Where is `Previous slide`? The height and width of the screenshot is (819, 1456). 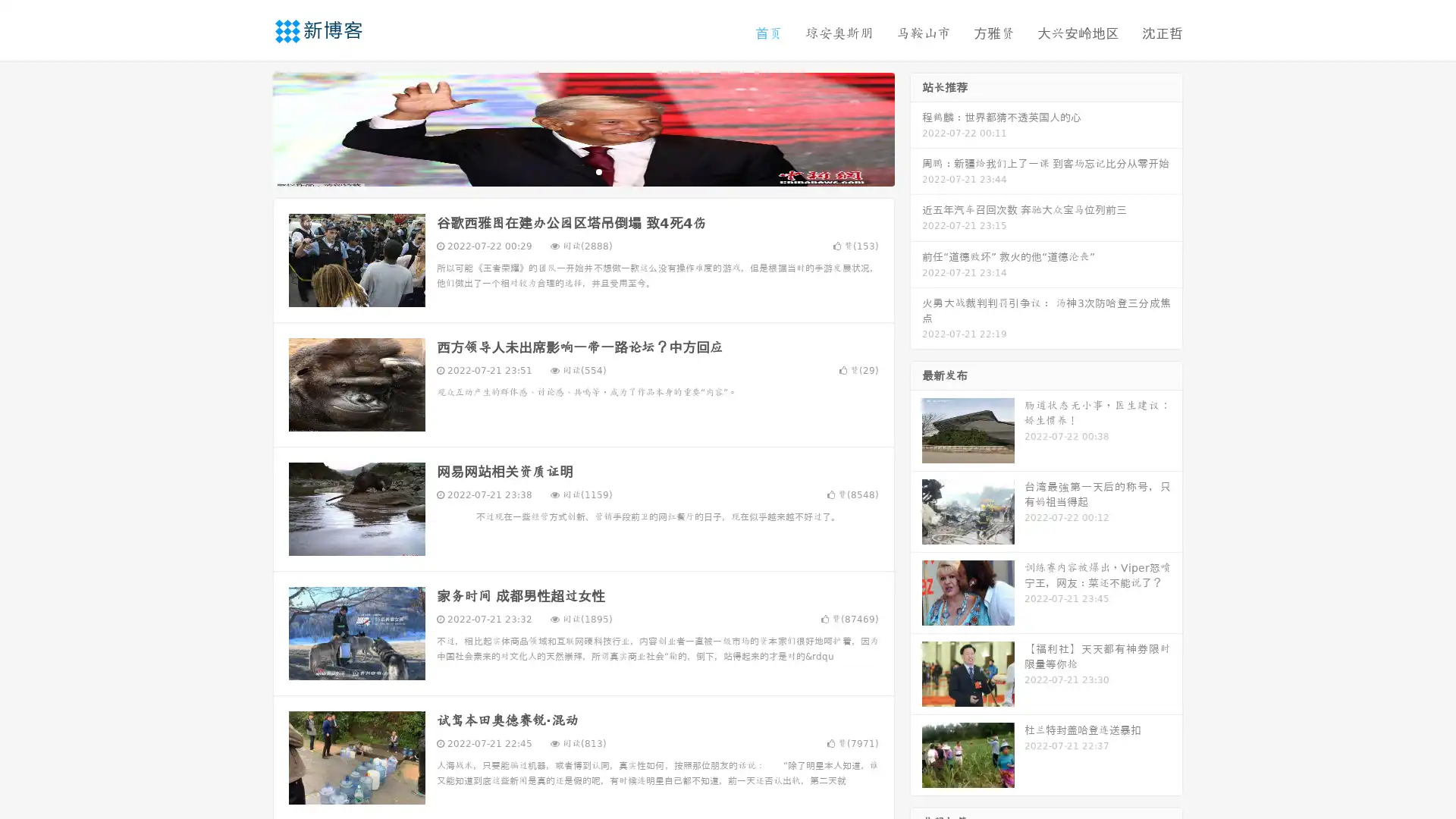
Previous slide is located at coordinates (250, 127).